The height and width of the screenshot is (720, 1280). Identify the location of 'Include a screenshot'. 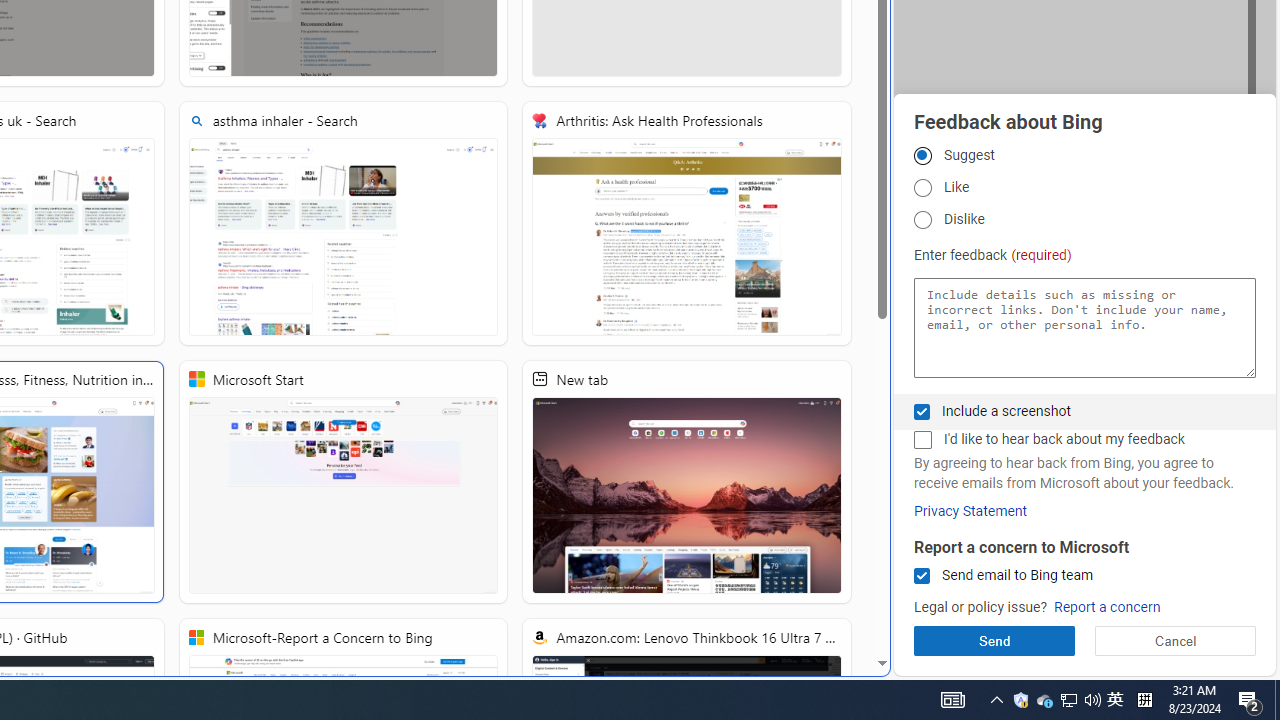
(921, 410).